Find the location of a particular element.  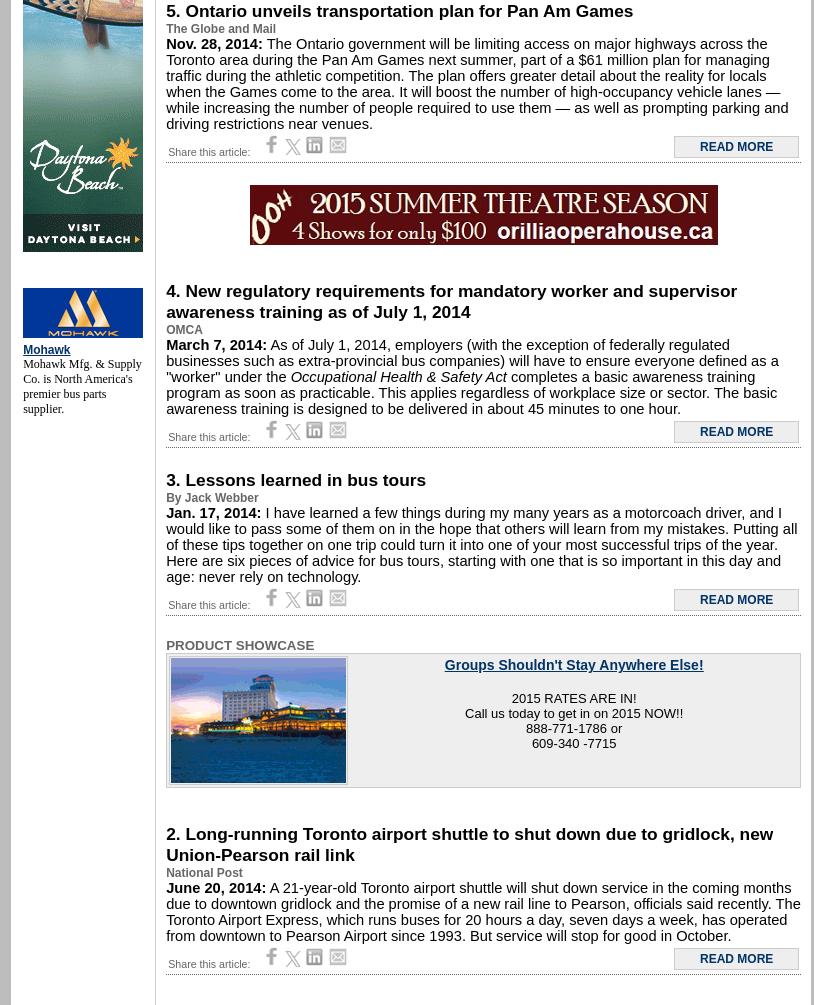

'888-771-1786 or' is located at coordinates (573, 728).